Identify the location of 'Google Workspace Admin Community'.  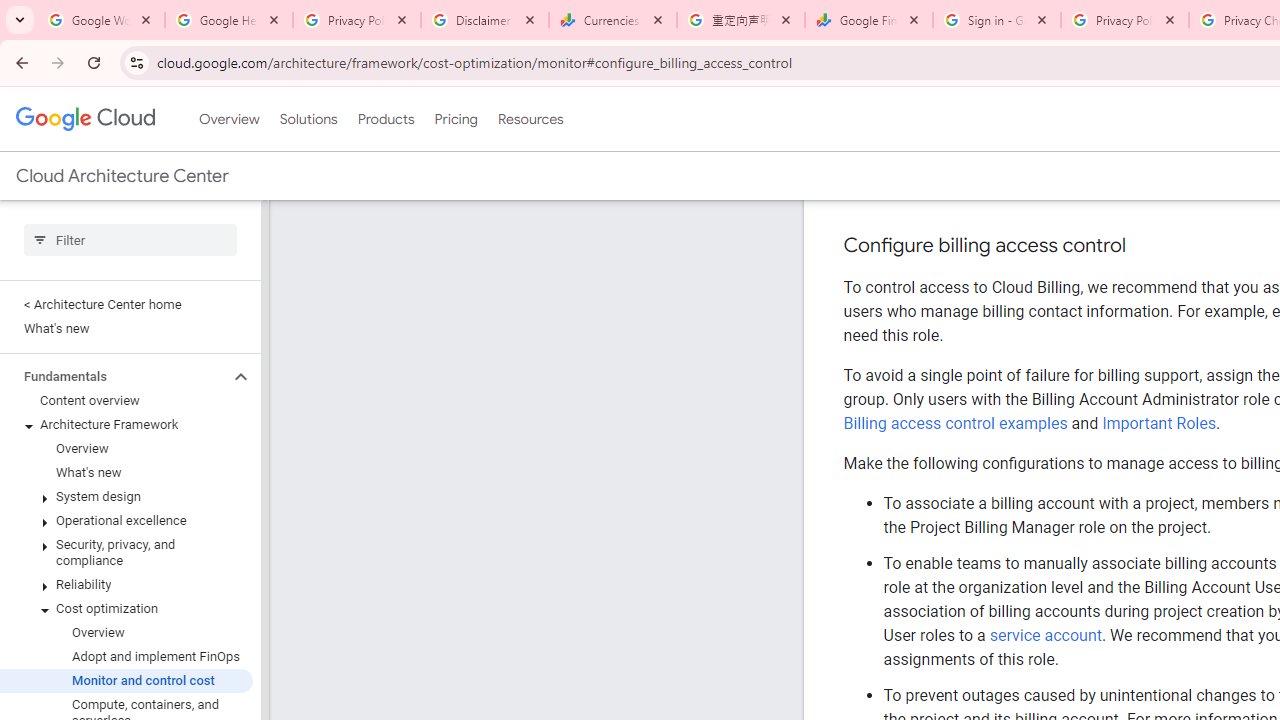
(100, 20).